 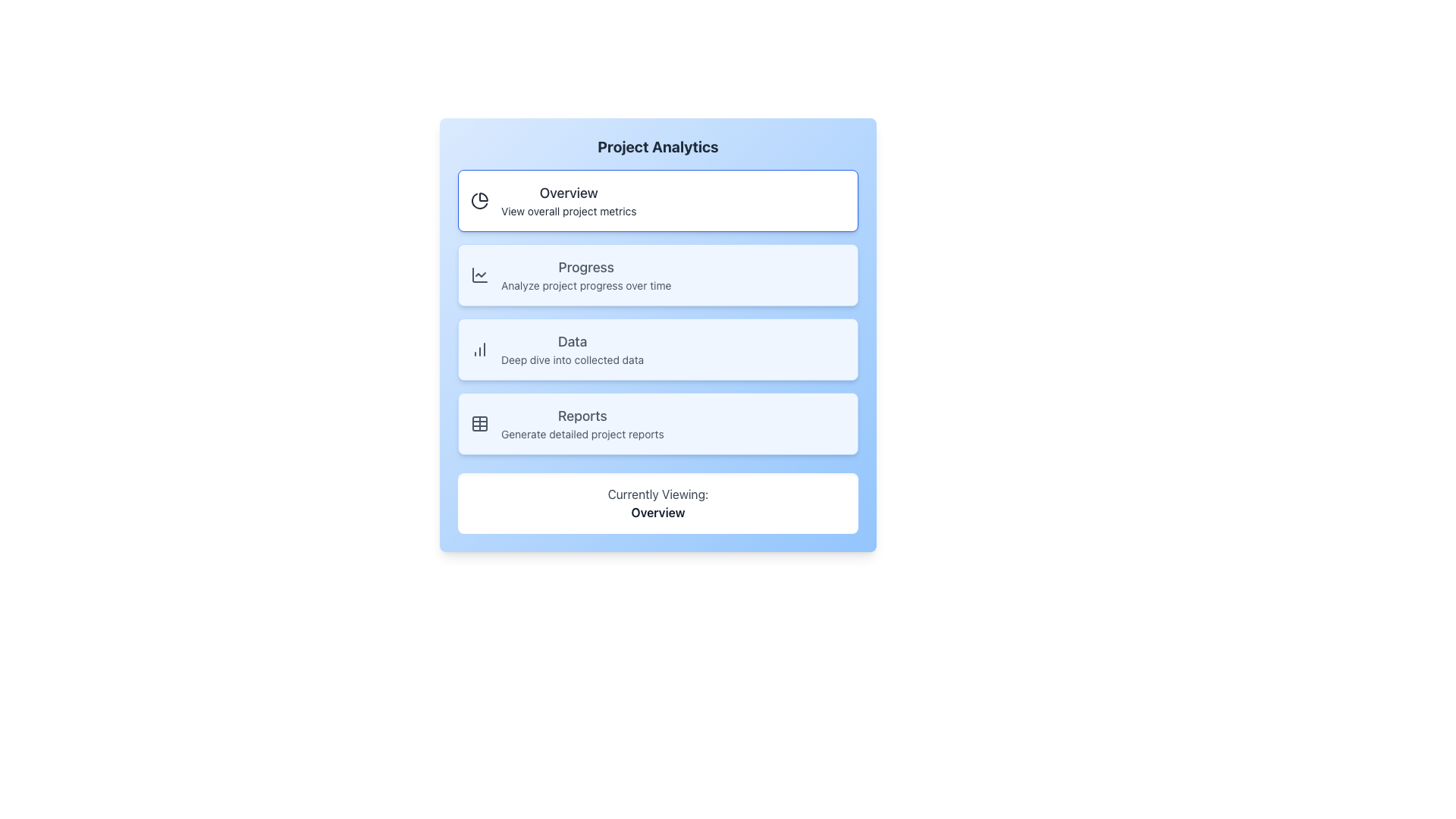 I want to click on the static descriptive text located beneath the 'Reports' section, which serves as a subheading providing additional information about its purpose, so click(x=582, y=435).